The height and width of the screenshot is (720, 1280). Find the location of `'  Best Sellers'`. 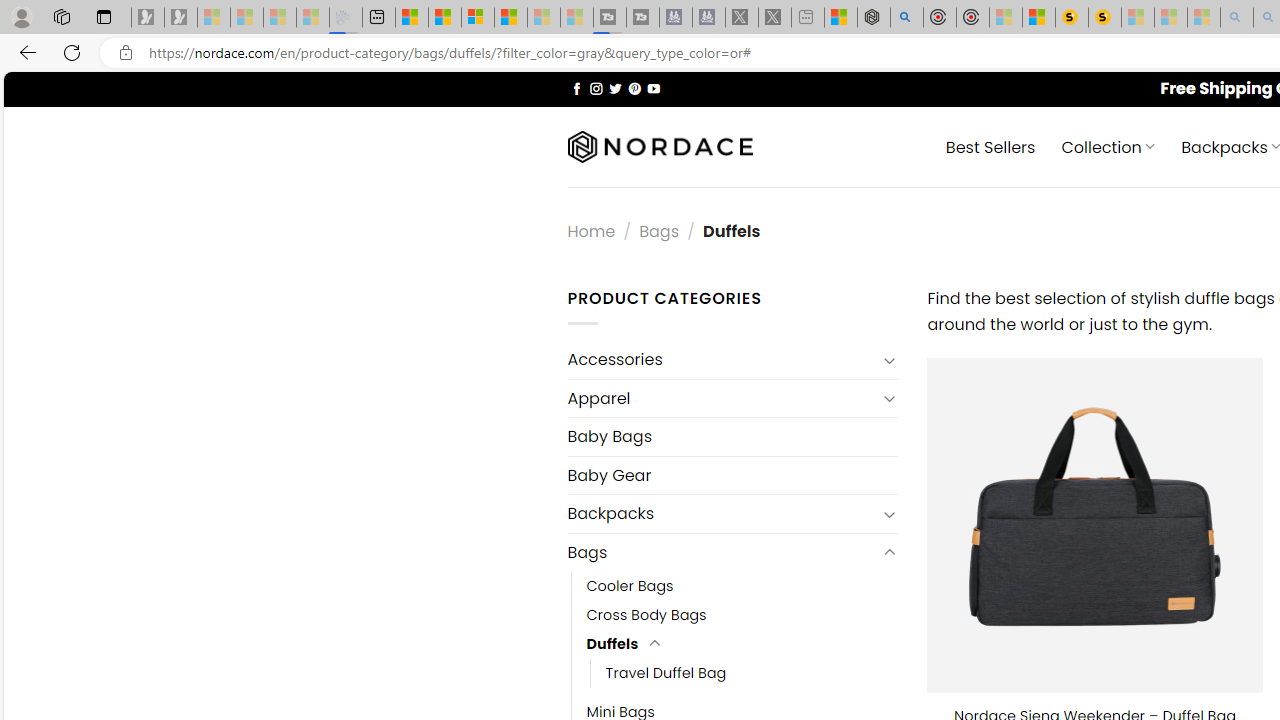

'  Best Sellers' is located at coordinates (990, 145).